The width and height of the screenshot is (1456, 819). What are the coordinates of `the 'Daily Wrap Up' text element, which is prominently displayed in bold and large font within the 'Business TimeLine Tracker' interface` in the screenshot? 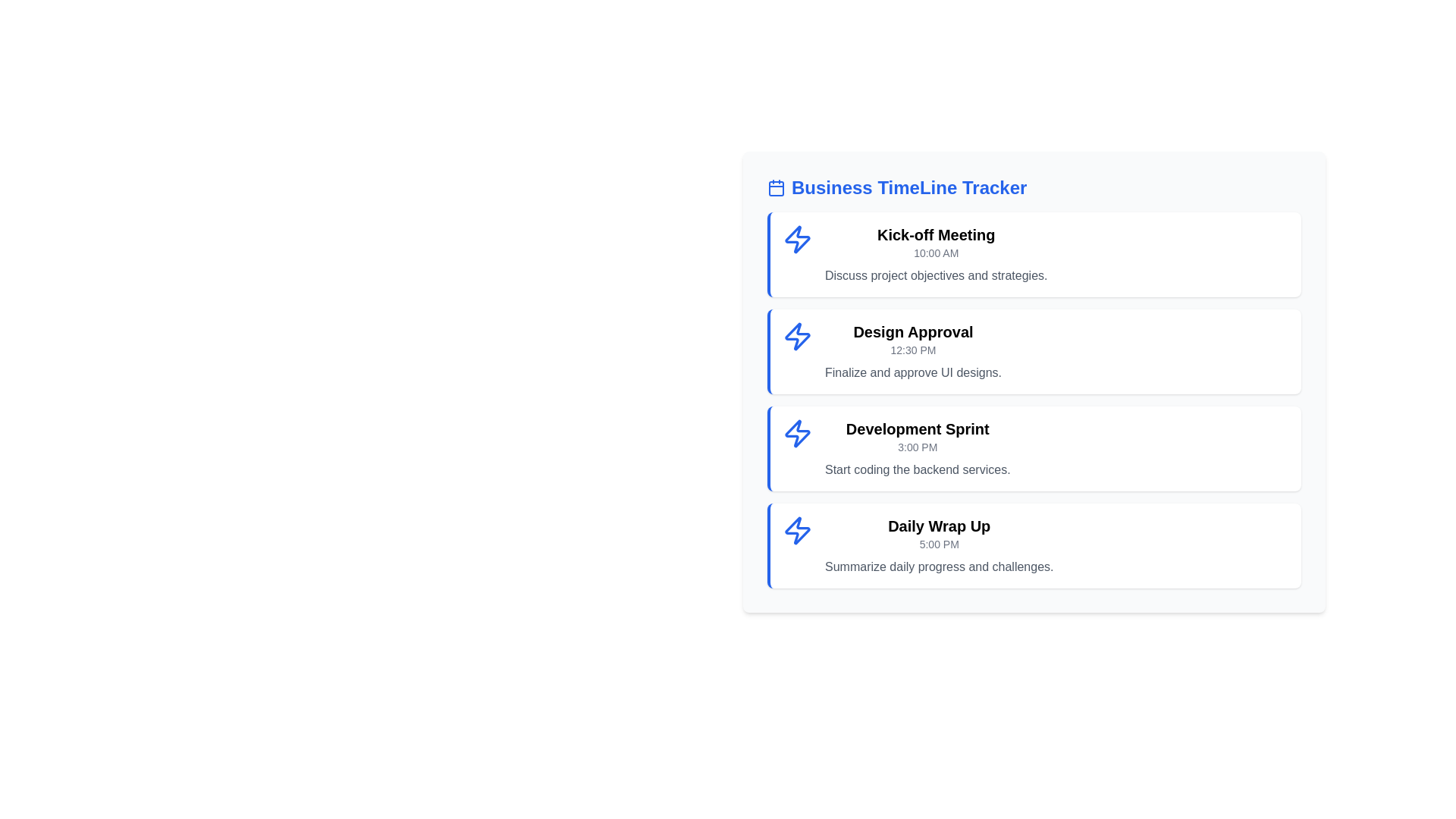 It's located at (938, 526).